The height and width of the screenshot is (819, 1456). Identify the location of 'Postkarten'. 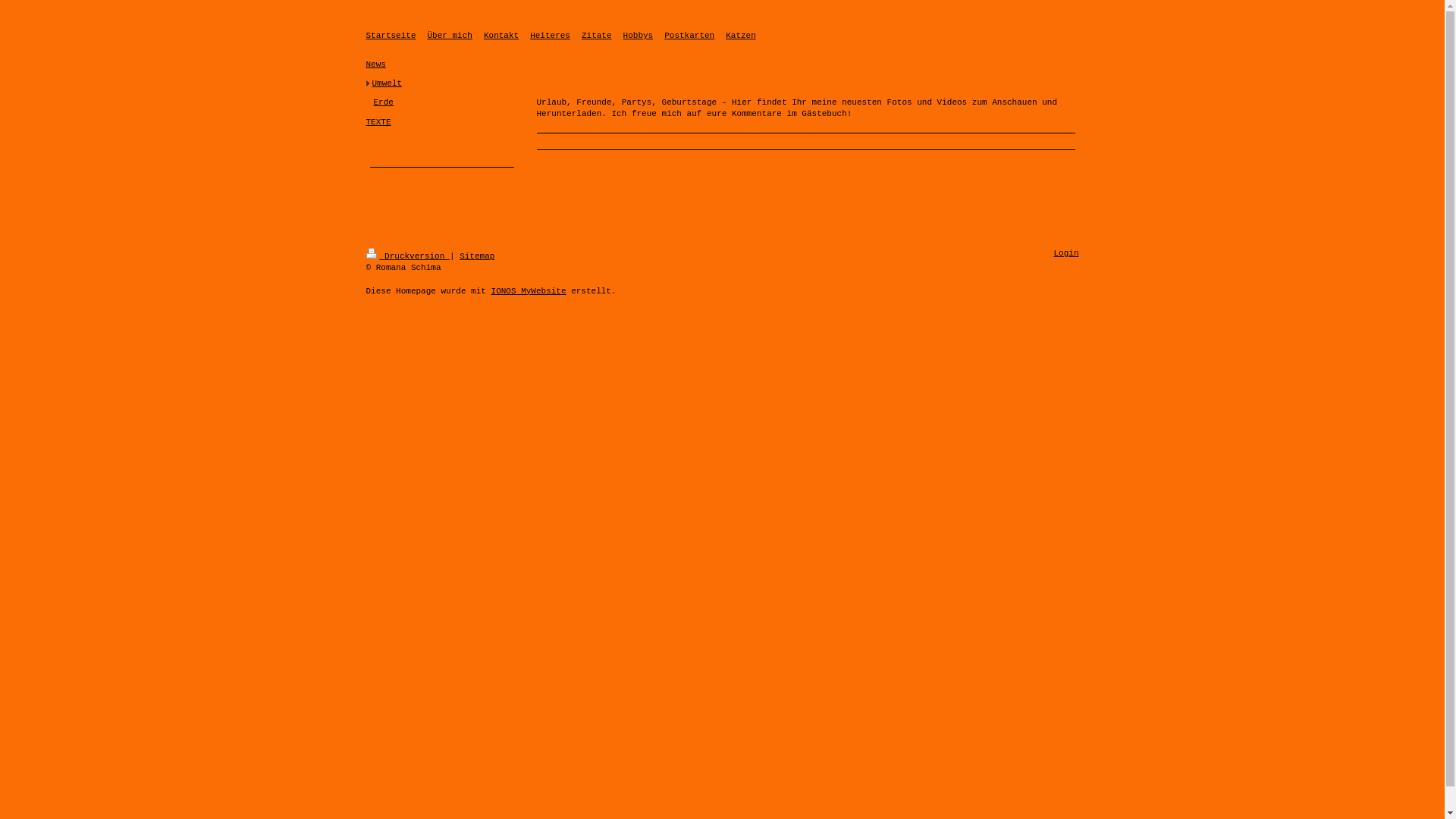
(688, 34).